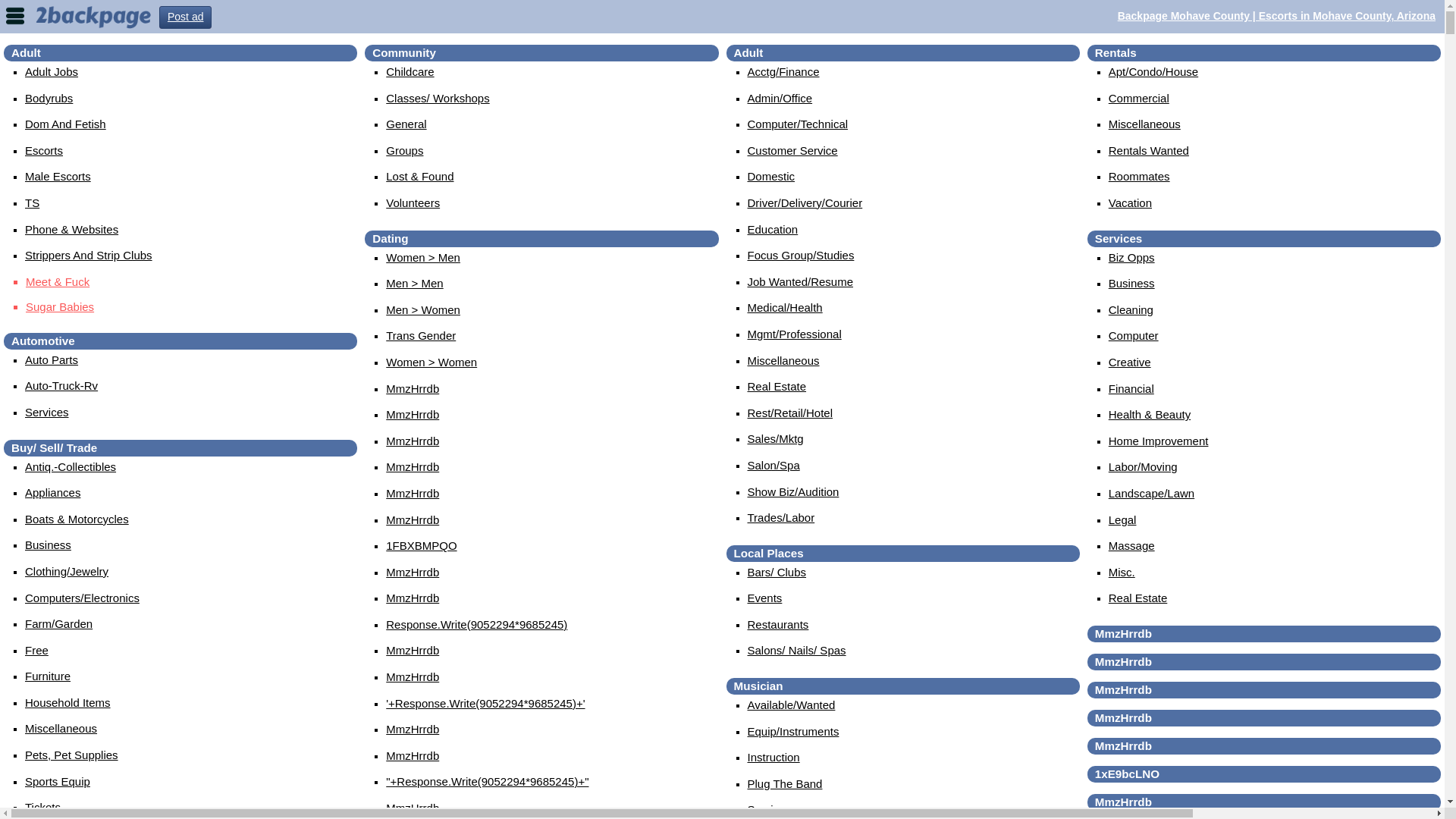 This screenshot has width=1456, height=819. What do you see at coordinates (64, 123) in the screenshot?
I see `'Dom And Fetish'` at bounding box center [64, 123].